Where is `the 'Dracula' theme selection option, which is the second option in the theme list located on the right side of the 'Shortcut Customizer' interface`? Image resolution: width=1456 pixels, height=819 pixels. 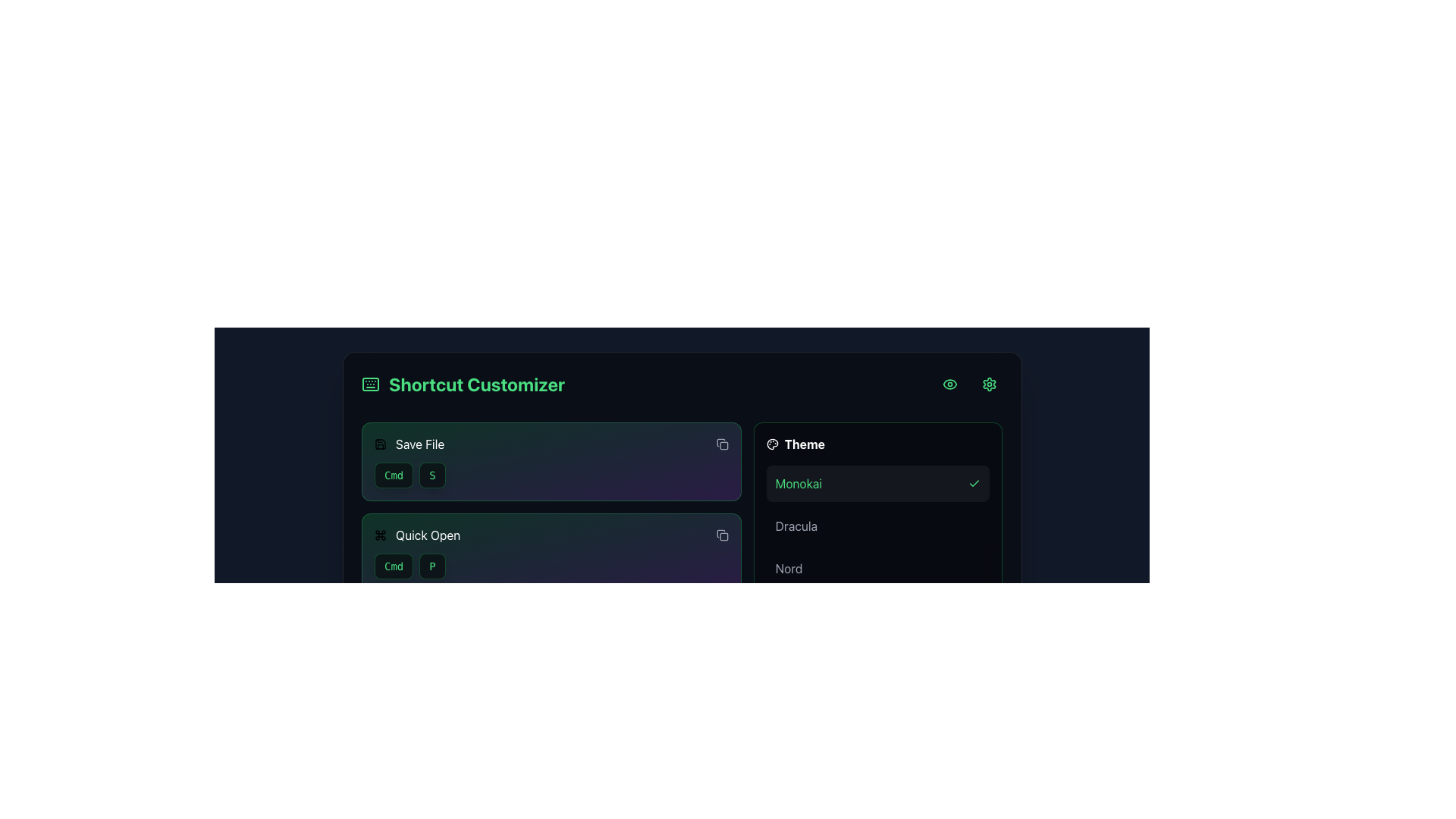 the 'Dracula' theme selection option, which is the second option in the theme list located on the right side of the 'Shortcut Customizer' interface is located at coordinates (878, 526).